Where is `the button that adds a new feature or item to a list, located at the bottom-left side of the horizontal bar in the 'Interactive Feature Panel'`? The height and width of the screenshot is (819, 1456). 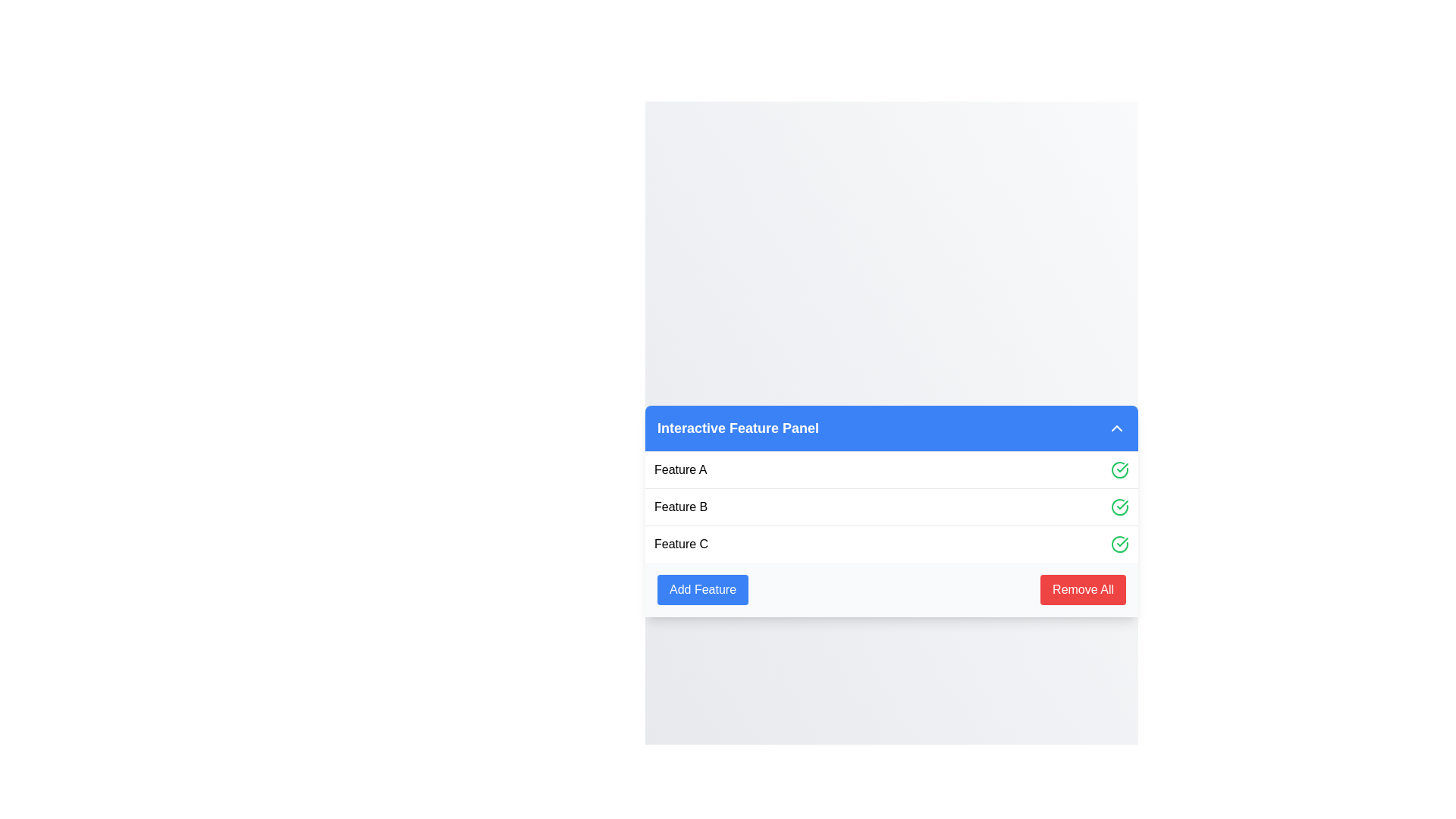
the button that adds a new feature or item to a list, located at the bottom-left side of the horizontal bar in the 'Interactive Feature Panel' is located at coordinates (701, 588).